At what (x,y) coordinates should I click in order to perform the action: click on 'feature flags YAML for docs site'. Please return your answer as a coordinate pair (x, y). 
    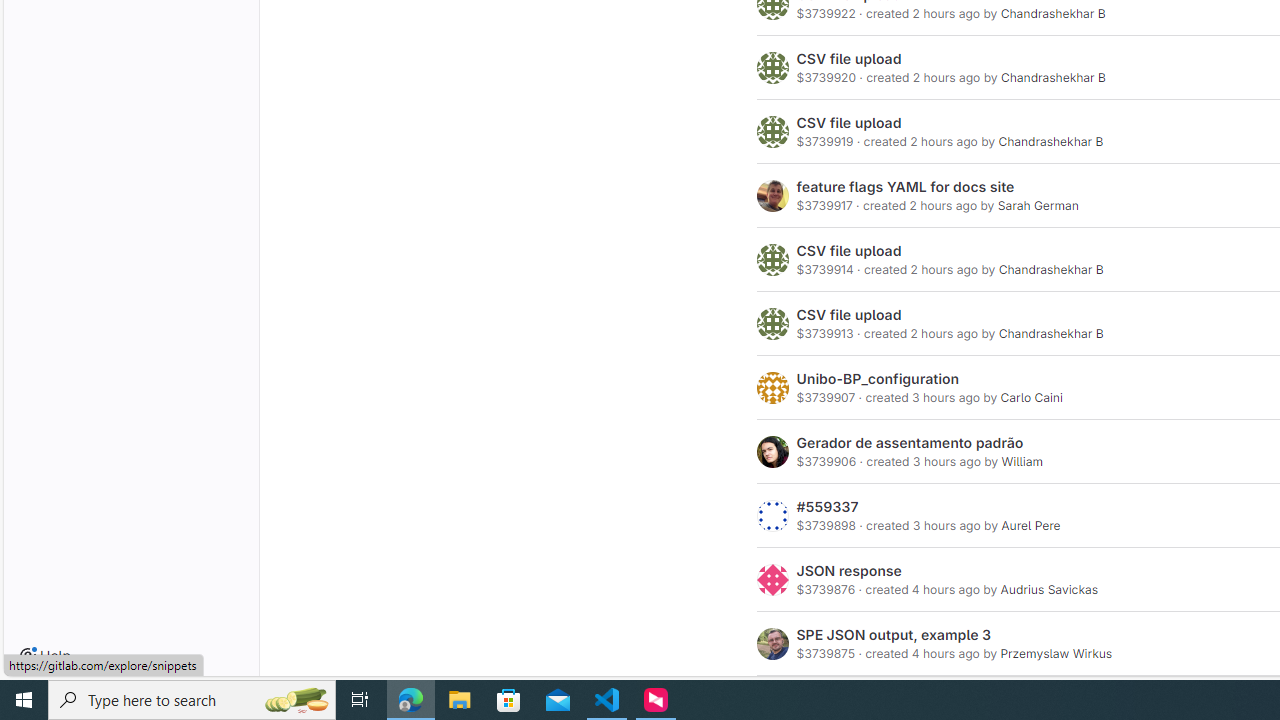
    Looking at the image, I should click on (904, 186).